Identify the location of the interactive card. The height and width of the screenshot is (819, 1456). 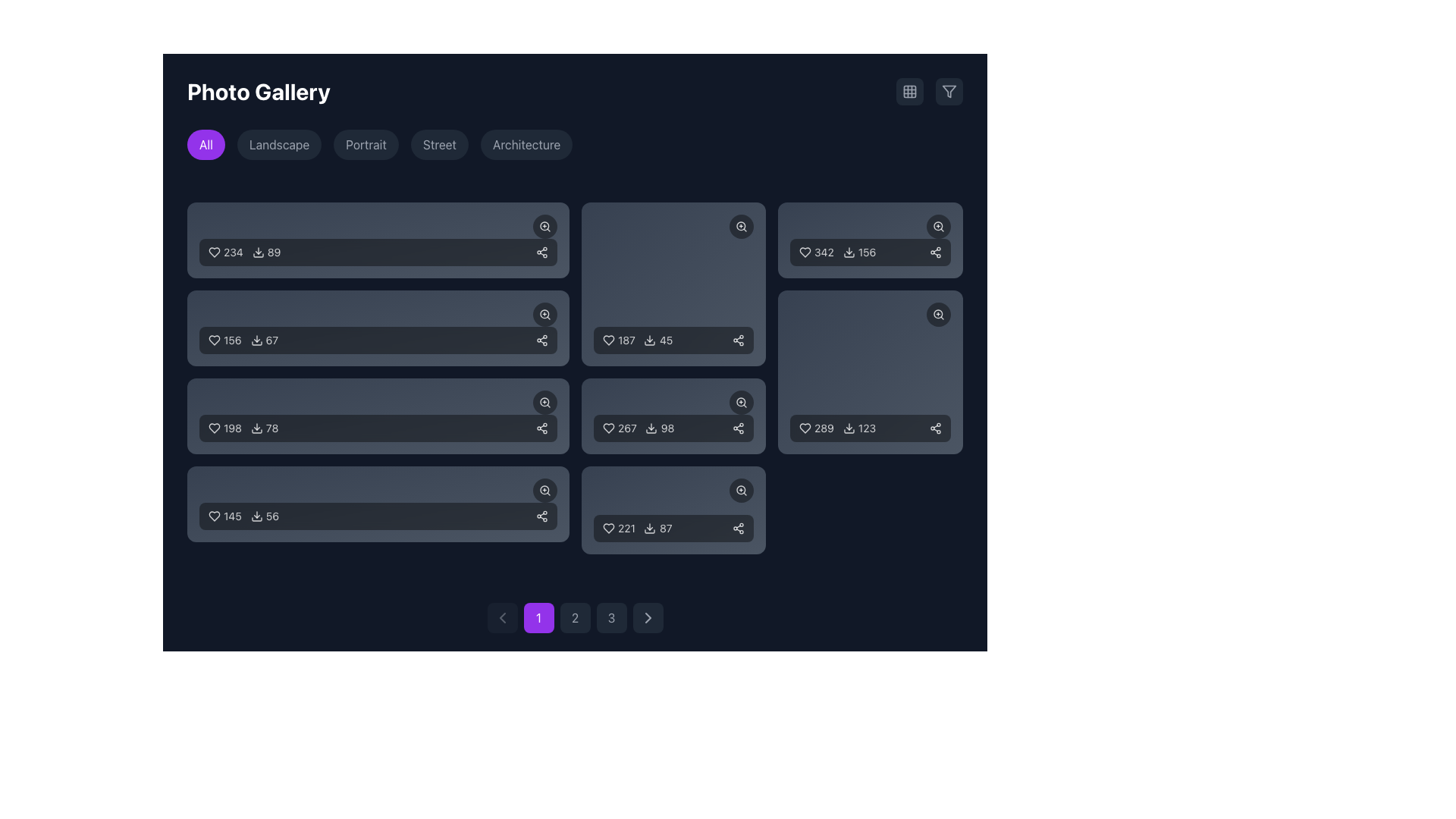
(673, 284).